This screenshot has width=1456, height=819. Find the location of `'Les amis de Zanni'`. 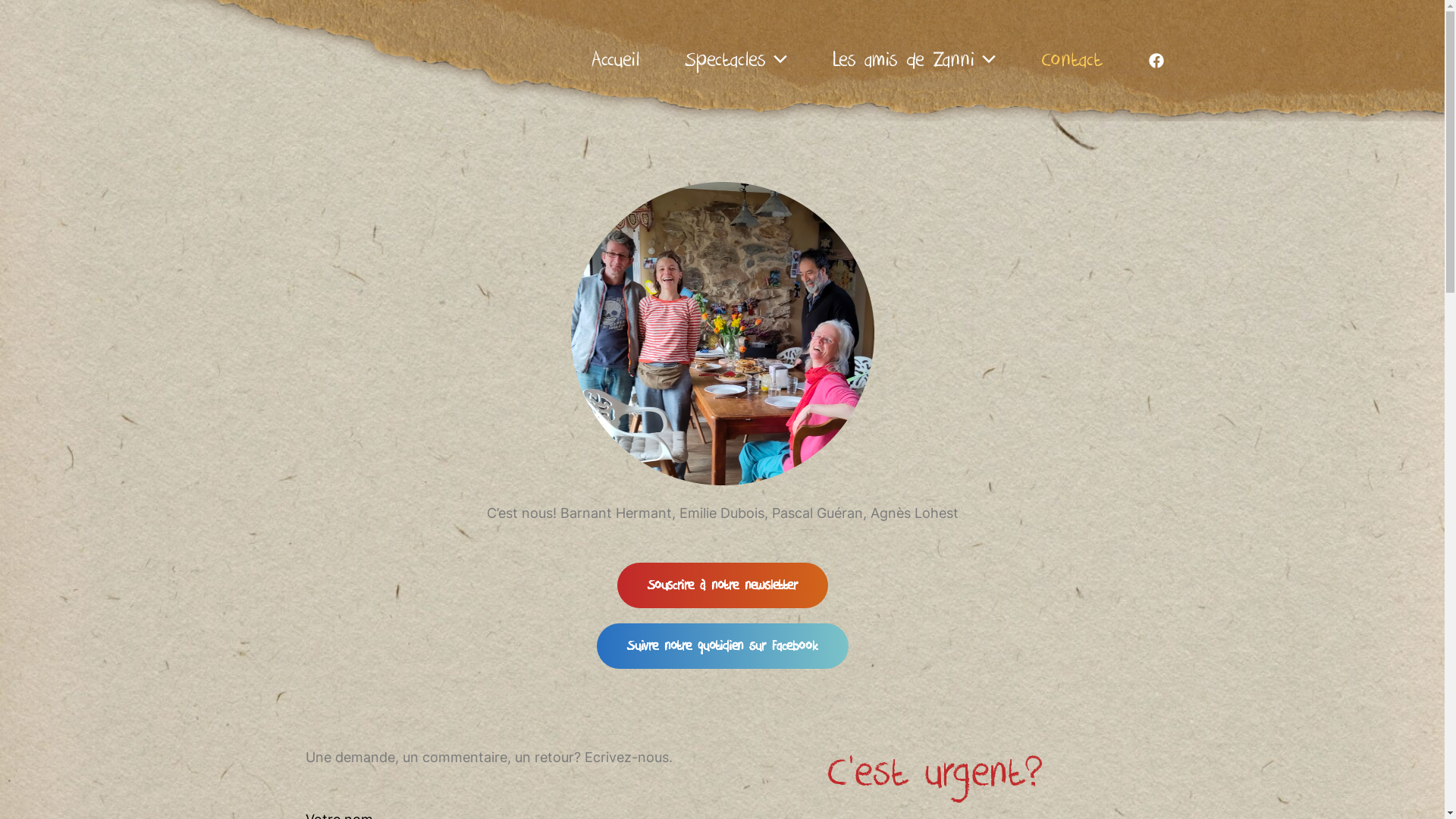

'Les amis de Zanni' is located at coordinates (913, 60).